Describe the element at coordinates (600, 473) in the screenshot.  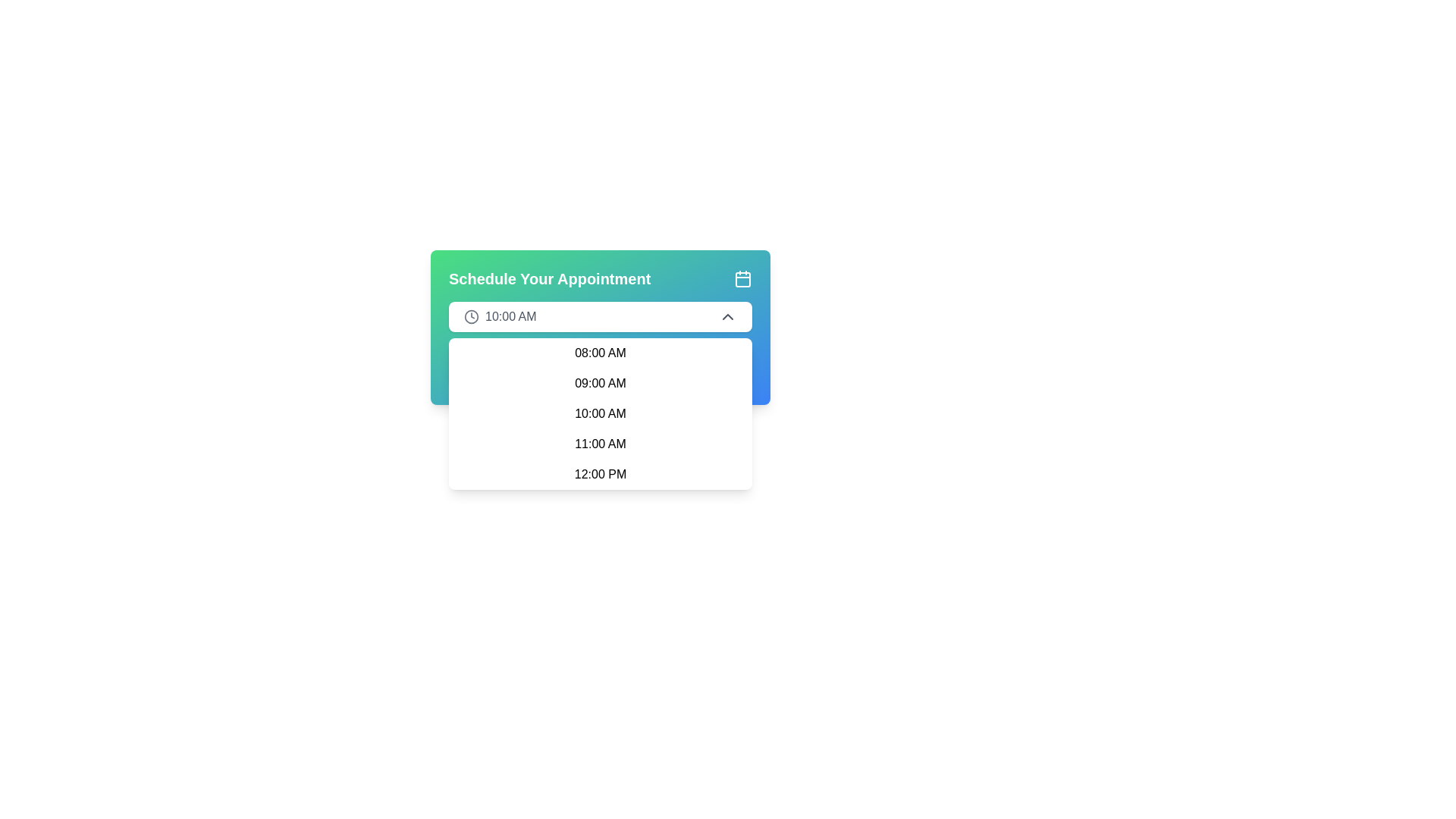
I see `the selectable time option text label located at the bottommost position of the dropdown menu, below the 11:00 AM label` at that location.